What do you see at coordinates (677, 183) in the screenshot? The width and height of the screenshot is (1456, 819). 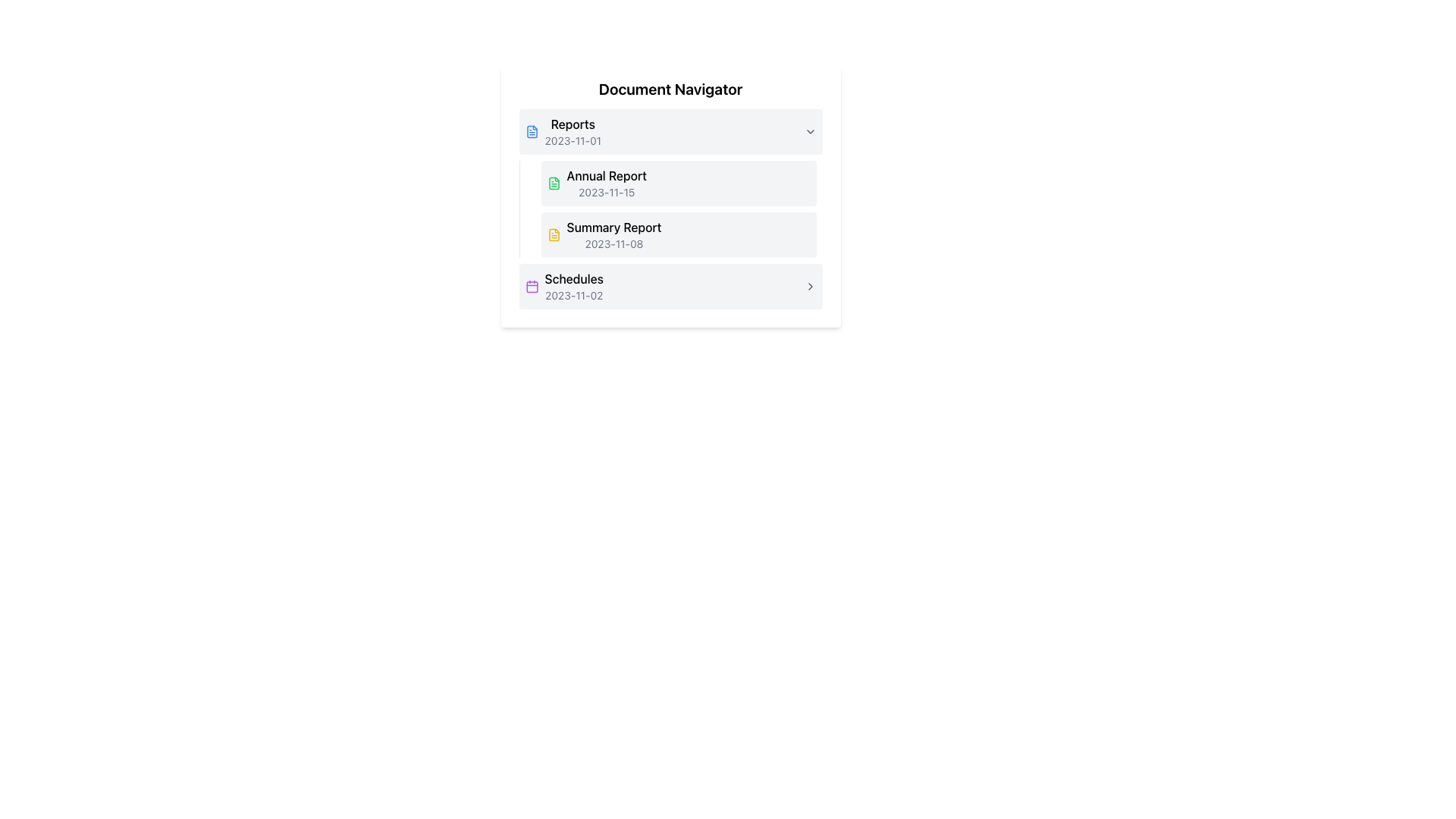 I see `the list item titled 'Annual Report'` at bounding box center [677, 183].